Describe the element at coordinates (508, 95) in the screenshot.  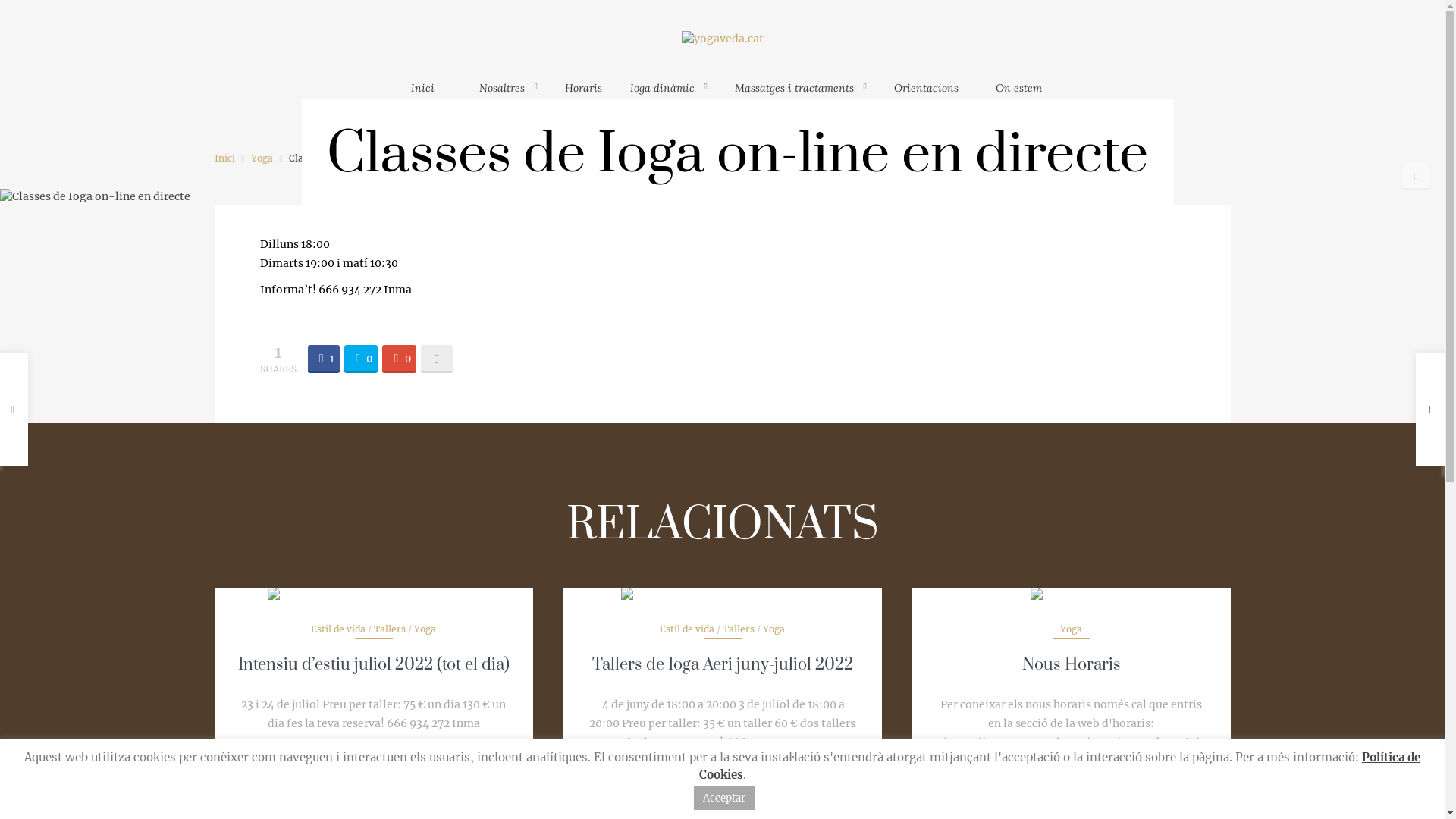
I see `'Nosaltres` at that location.